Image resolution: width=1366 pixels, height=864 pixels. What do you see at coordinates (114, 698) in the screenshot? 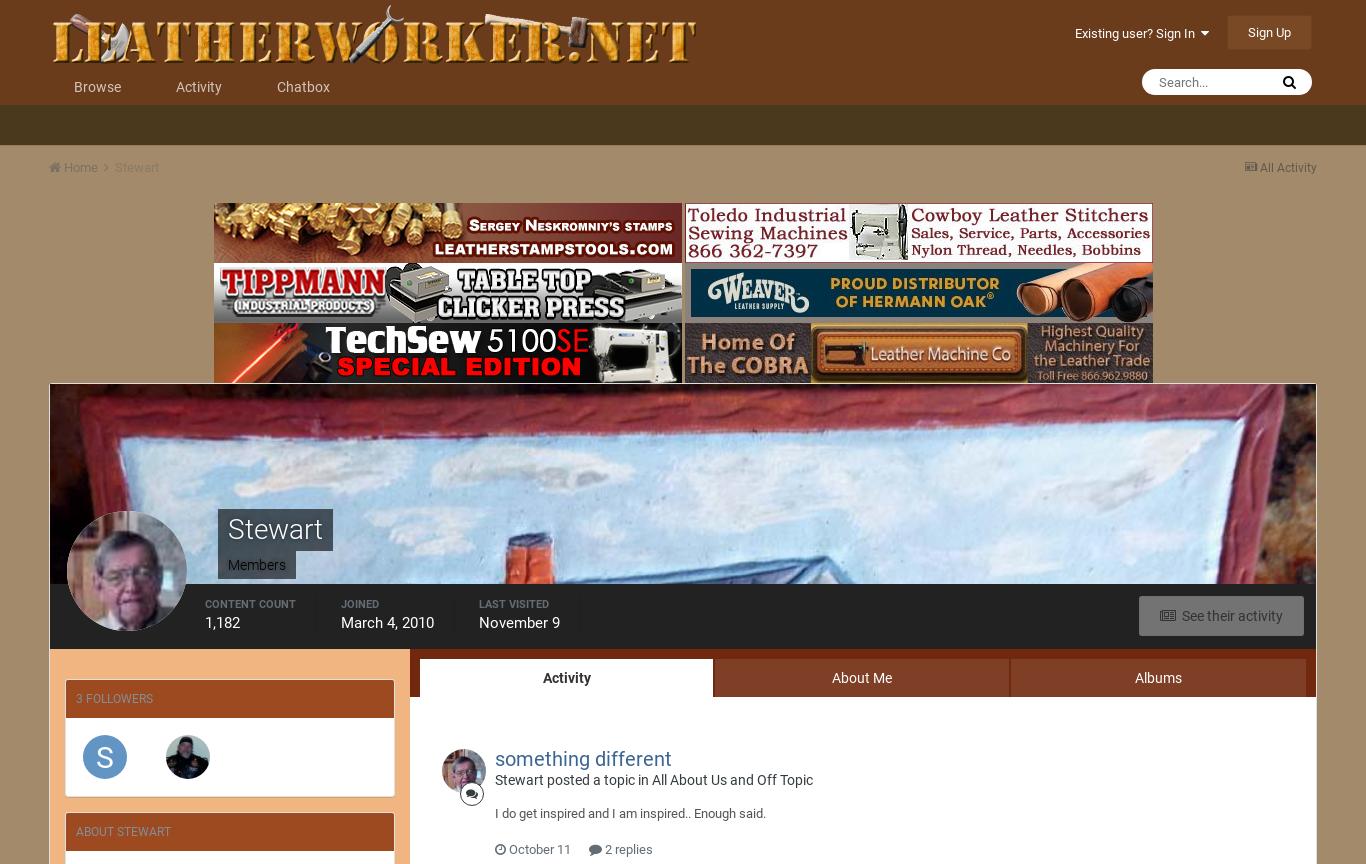
I see `'3 Followers'` at bounding box center [114, 698].